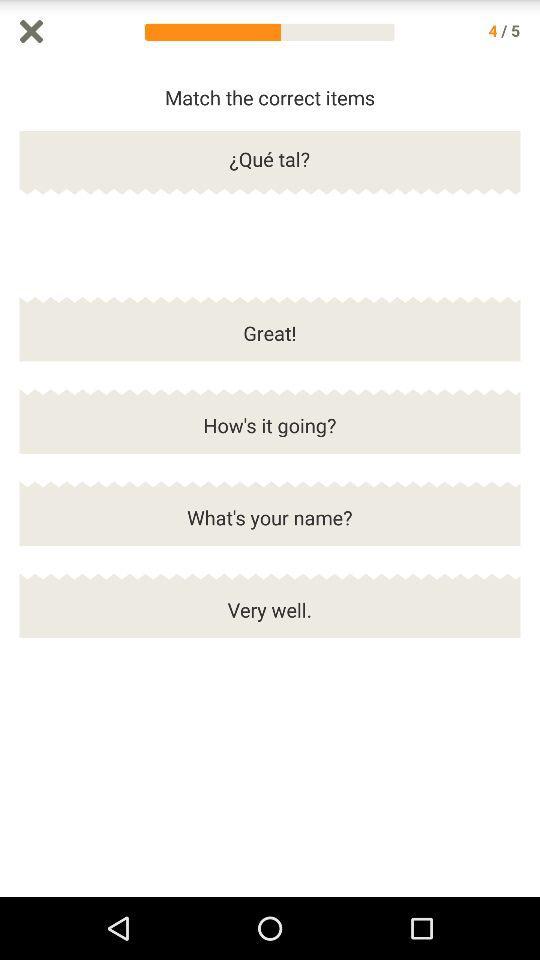 The height and width of the screenshot is (960, 540). What do you see at coordinates (30, 32) in the screenshot?
I see `the close icon` at bounding box center [30, 32].